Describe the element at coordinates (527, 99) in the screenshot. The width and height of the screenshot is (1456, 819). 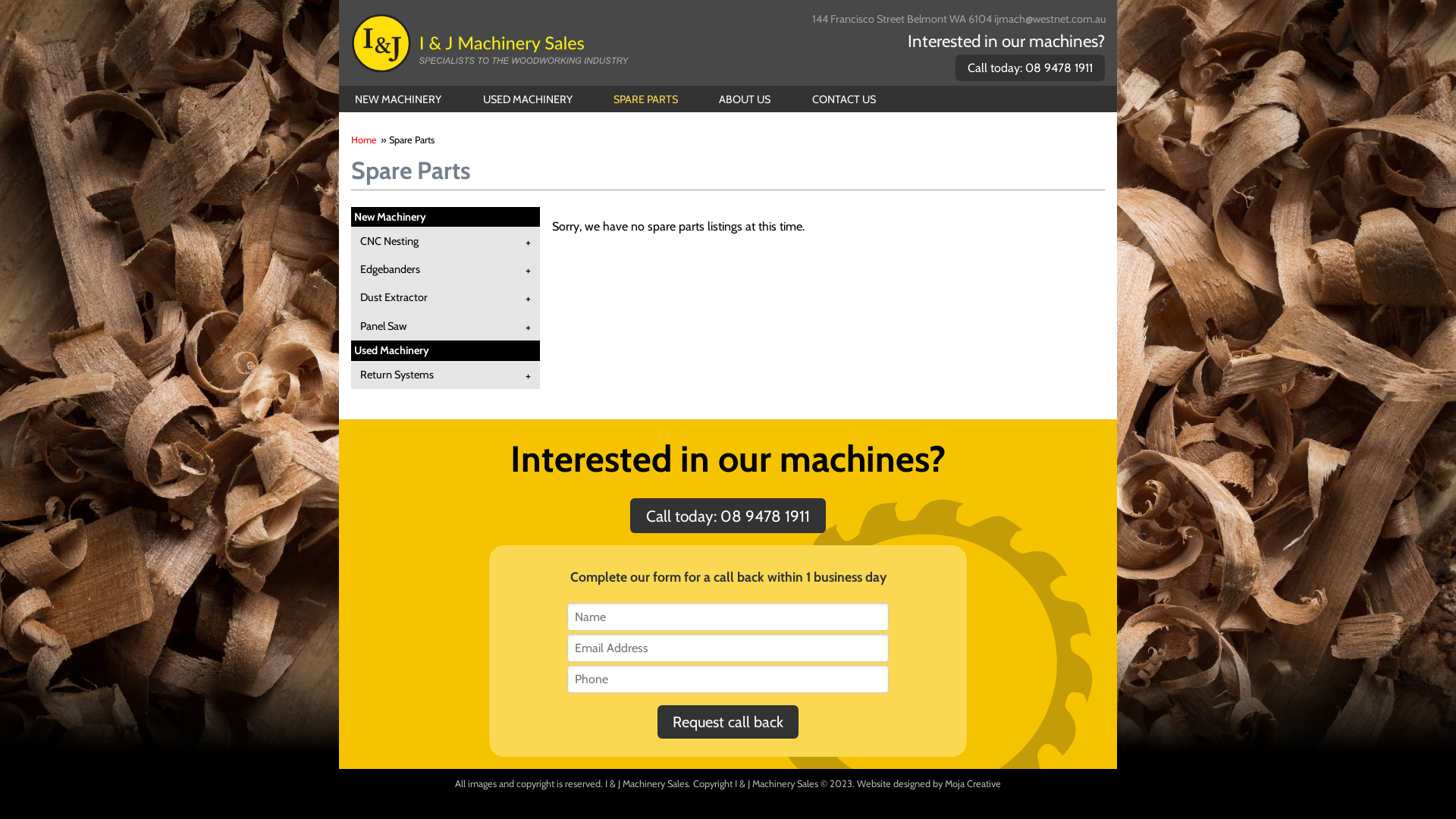
I see `'USED MACHINERY'` at that location.